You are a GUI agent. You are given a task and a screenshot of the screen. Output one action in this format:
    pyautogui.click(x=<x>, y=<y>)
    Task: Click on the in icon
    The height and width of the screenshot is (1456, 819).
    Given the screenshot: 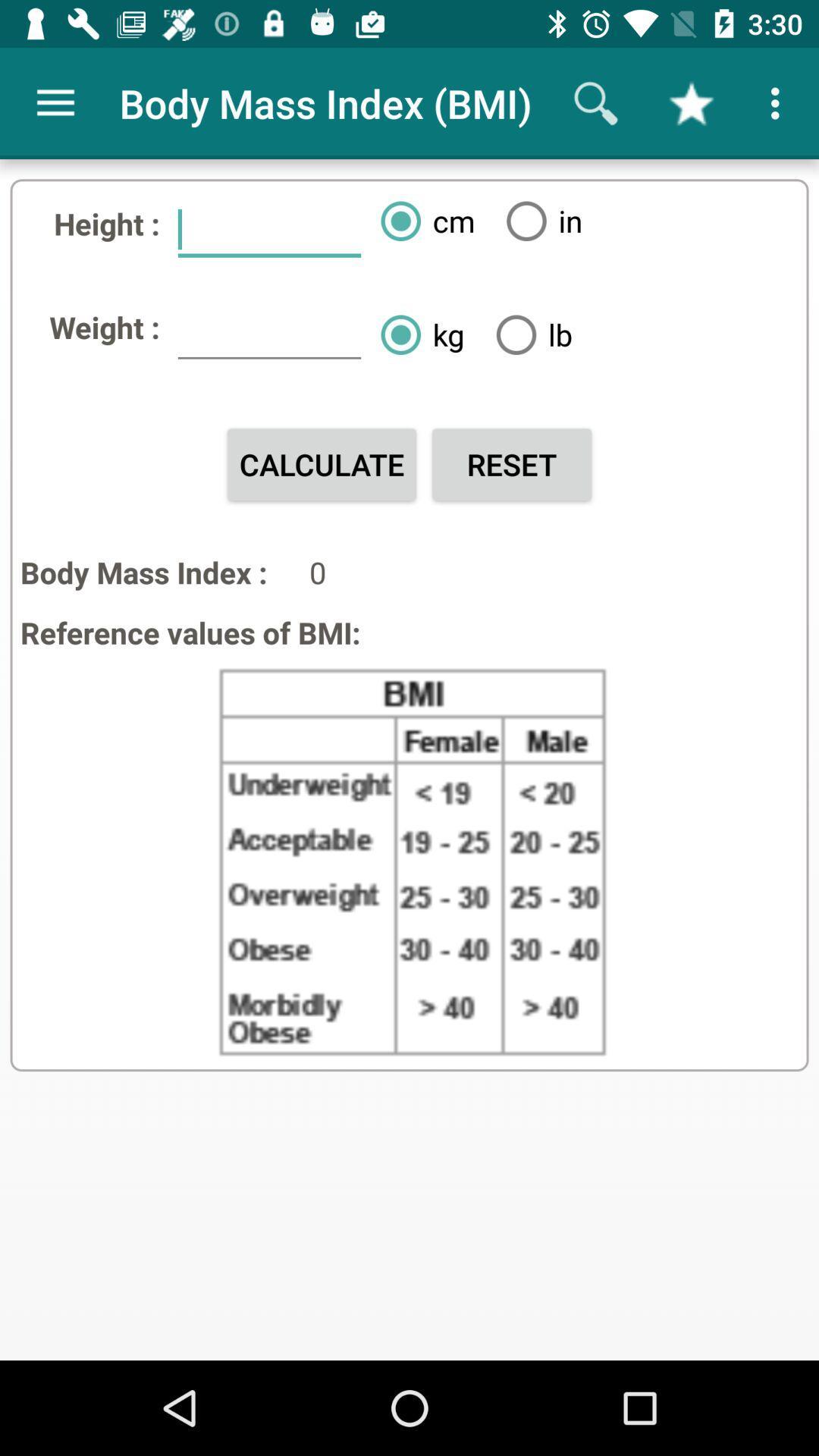 What is the action you would take?
    pyautogui.click(x=538, y=220)
    